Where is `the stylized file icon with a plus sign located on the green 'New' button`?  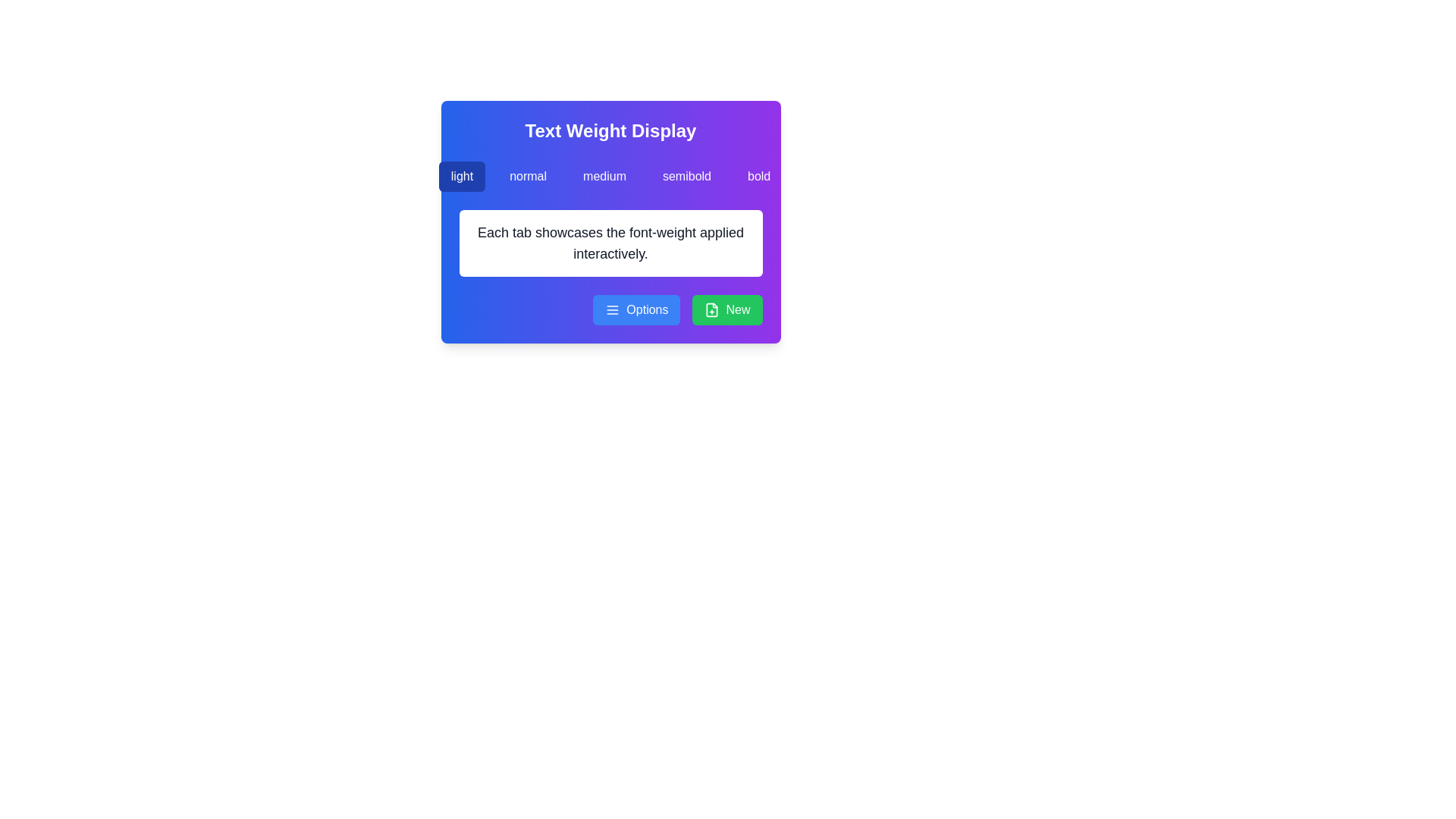 the stylized file icon with a plus sign located on the green 'New' button is located at coordinates (711, 309).